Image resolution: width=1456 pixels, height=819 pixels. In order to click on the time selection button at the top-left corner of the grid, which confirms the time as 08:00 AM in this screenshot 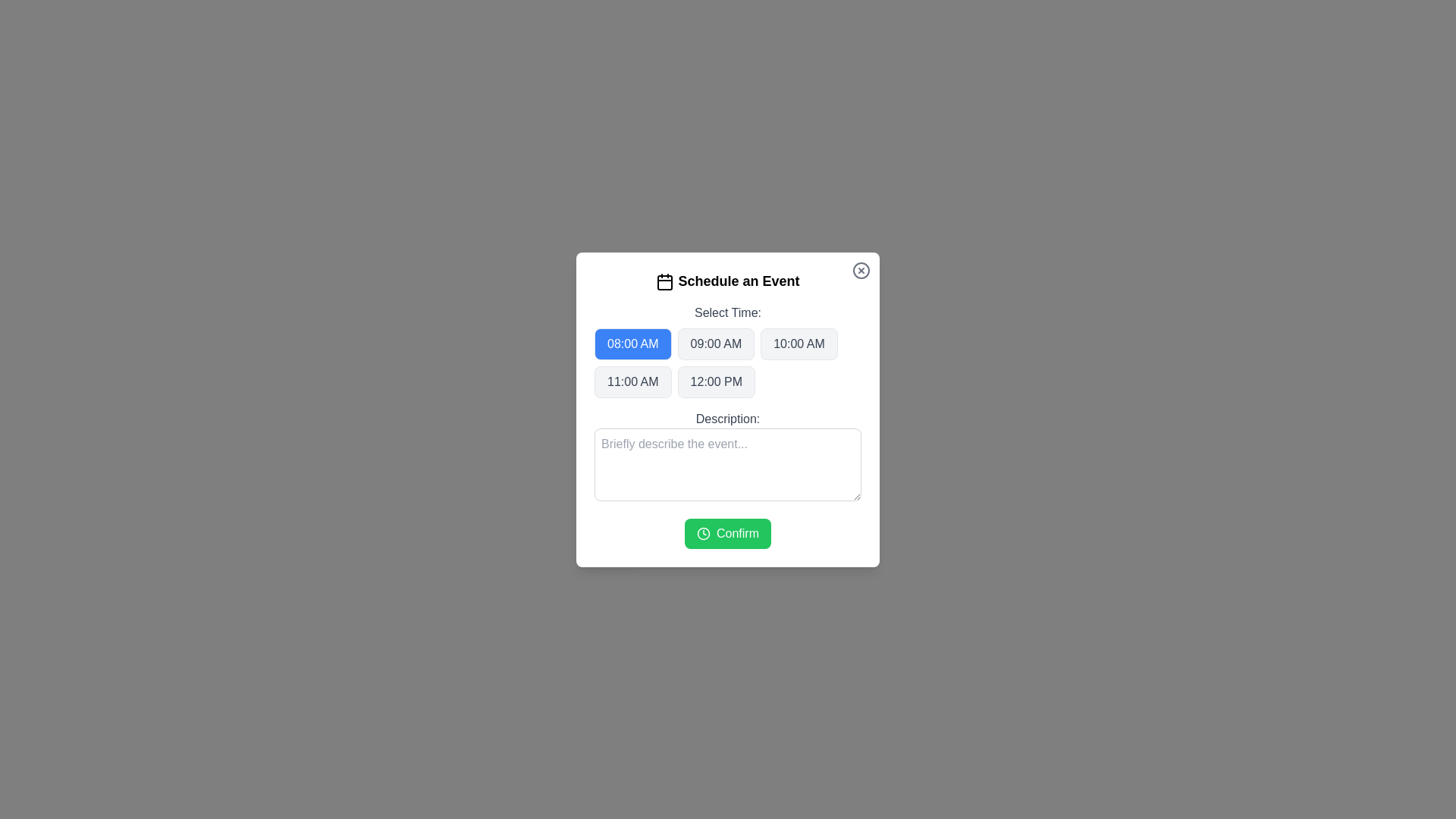, I will do `click(632, 344)`.